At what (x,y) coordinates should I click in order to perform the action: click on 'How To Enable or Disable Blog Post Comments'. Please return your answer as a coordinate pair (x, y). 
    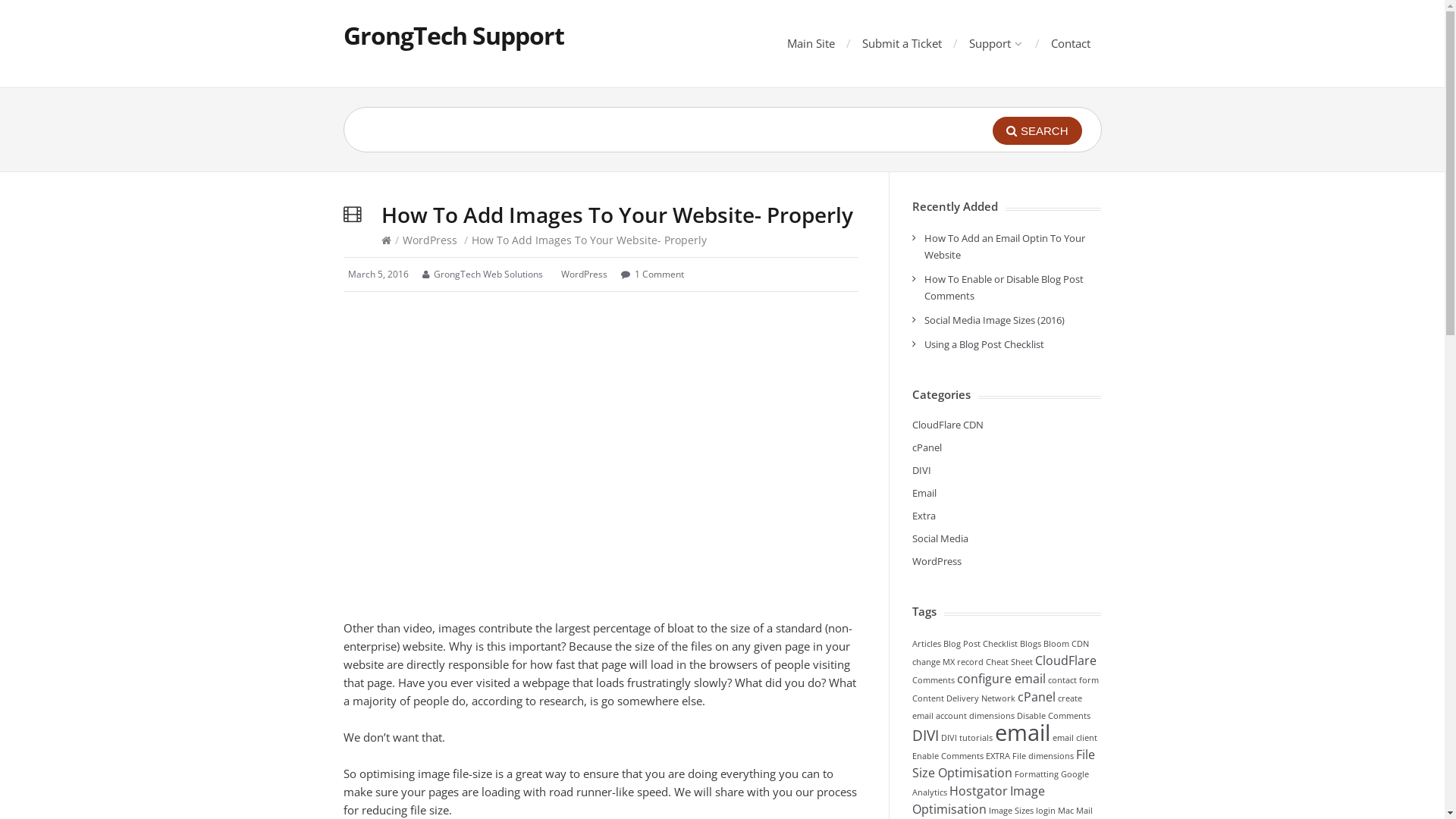
    Looking at the image, I should click on (1003, 287).